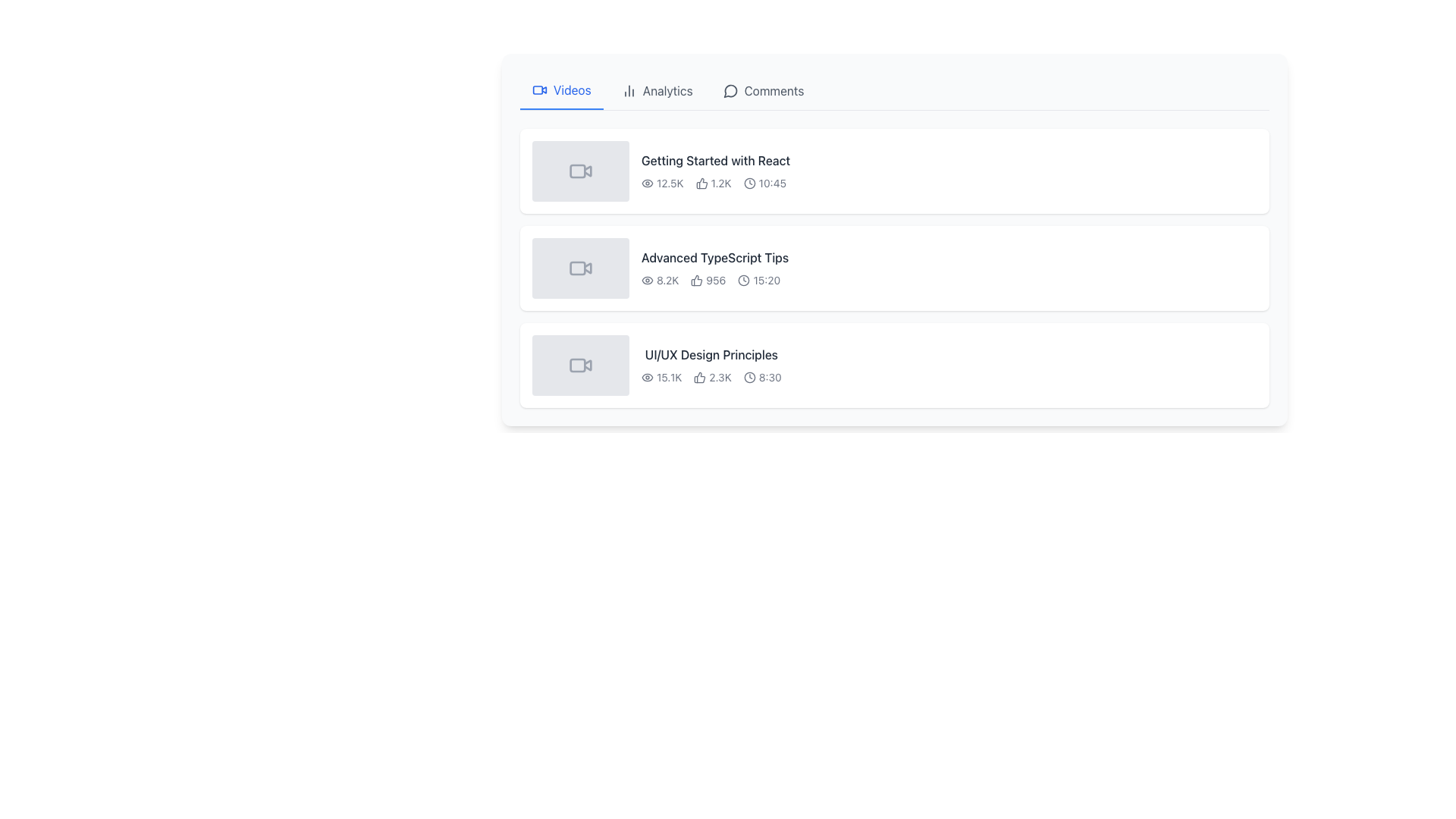  Describe the element at coordinates (701, 183) in the screenshot. I see `the 'like' icon located to the immediate left of the '1.2K' text value` at that location.